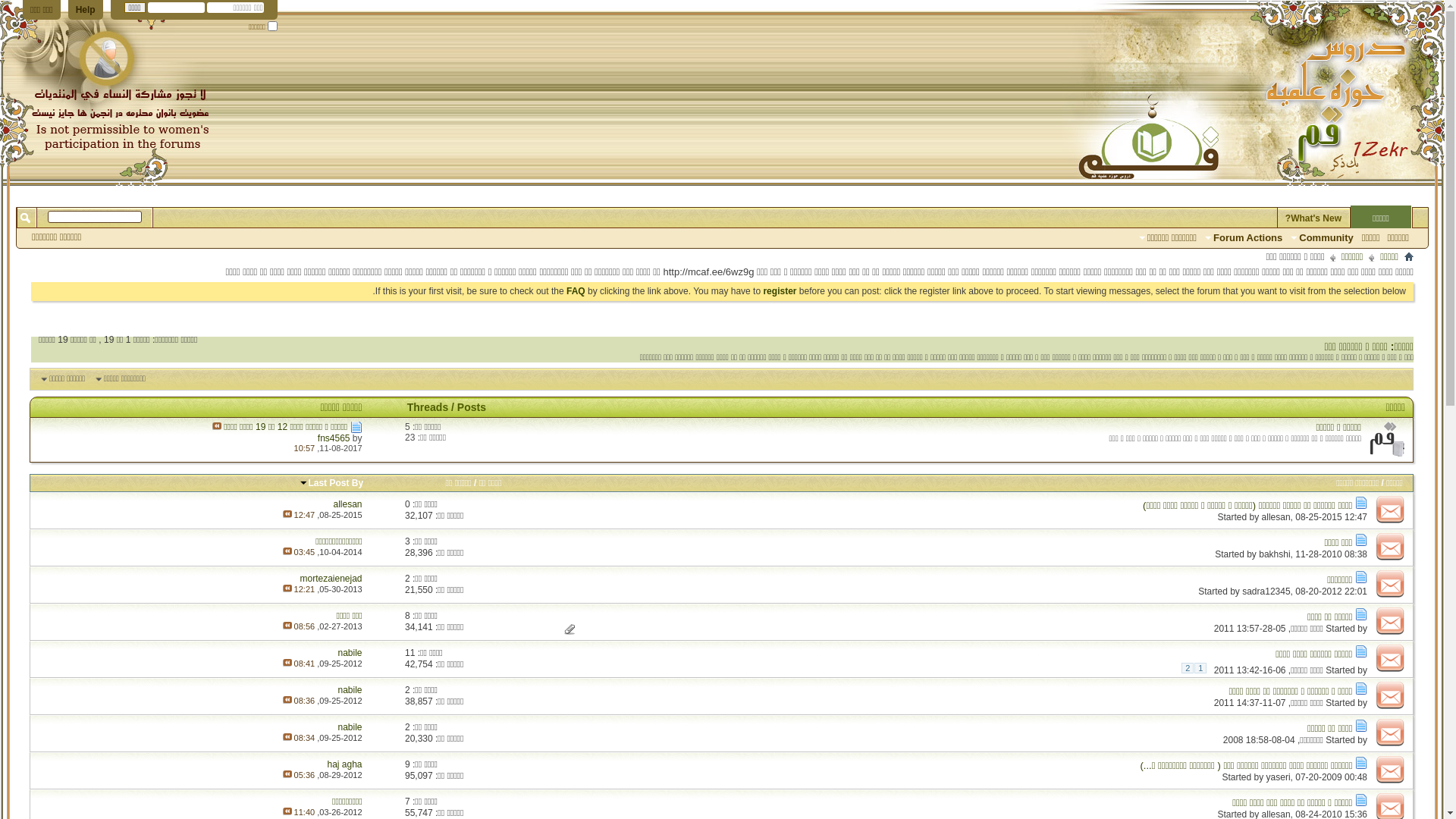 This screenshot has height=819, width=1456. What do you see at coordinates (1244, 237) in the screenshot?
I see `'Forum Actions'` at bounding box center [1244, 237].